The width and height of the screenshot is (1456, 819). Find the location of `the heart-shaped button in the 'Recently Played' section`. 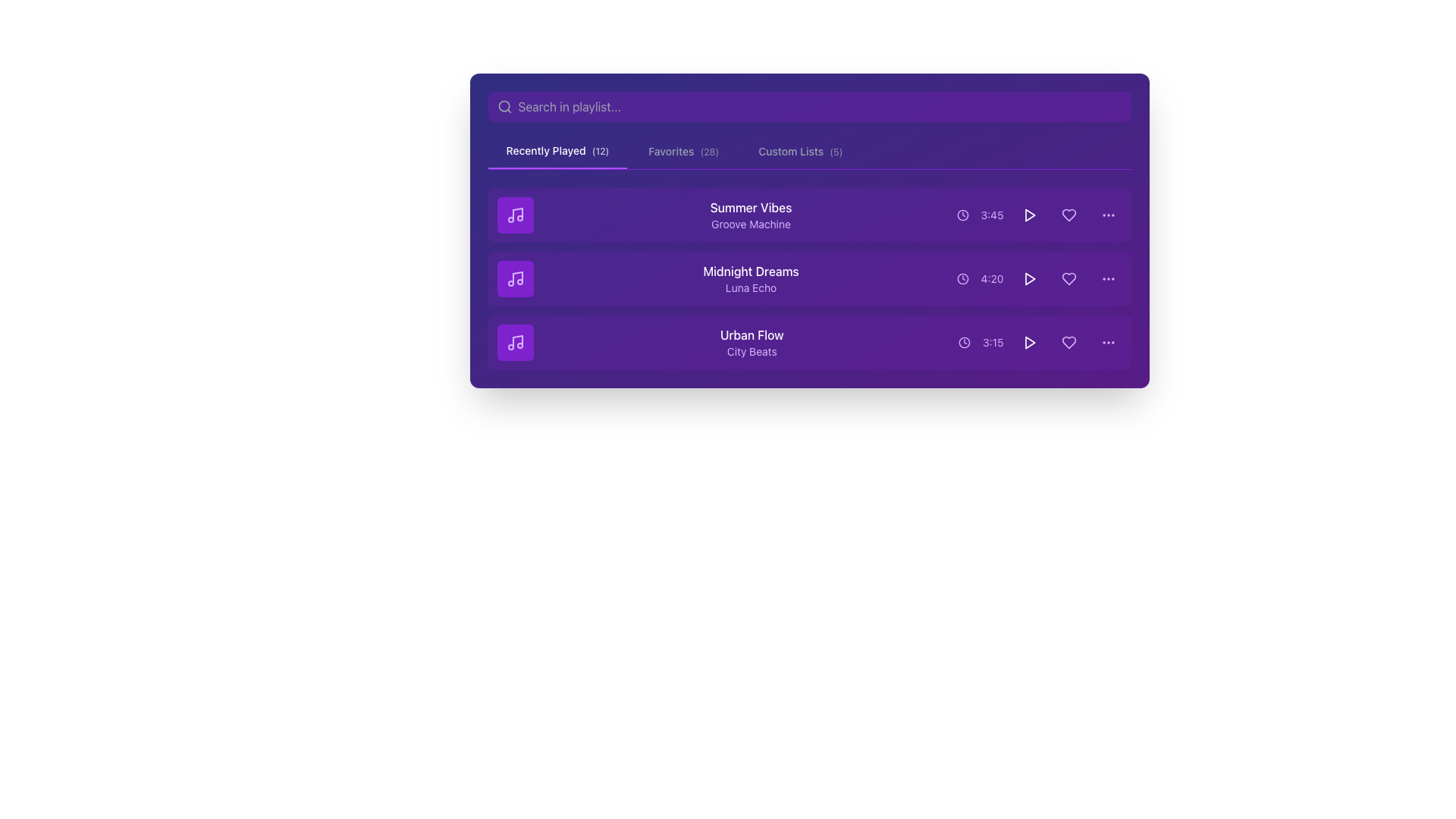

the heart-shaped button in the 'Recently Played' section is located at coordinates (1068, 215).